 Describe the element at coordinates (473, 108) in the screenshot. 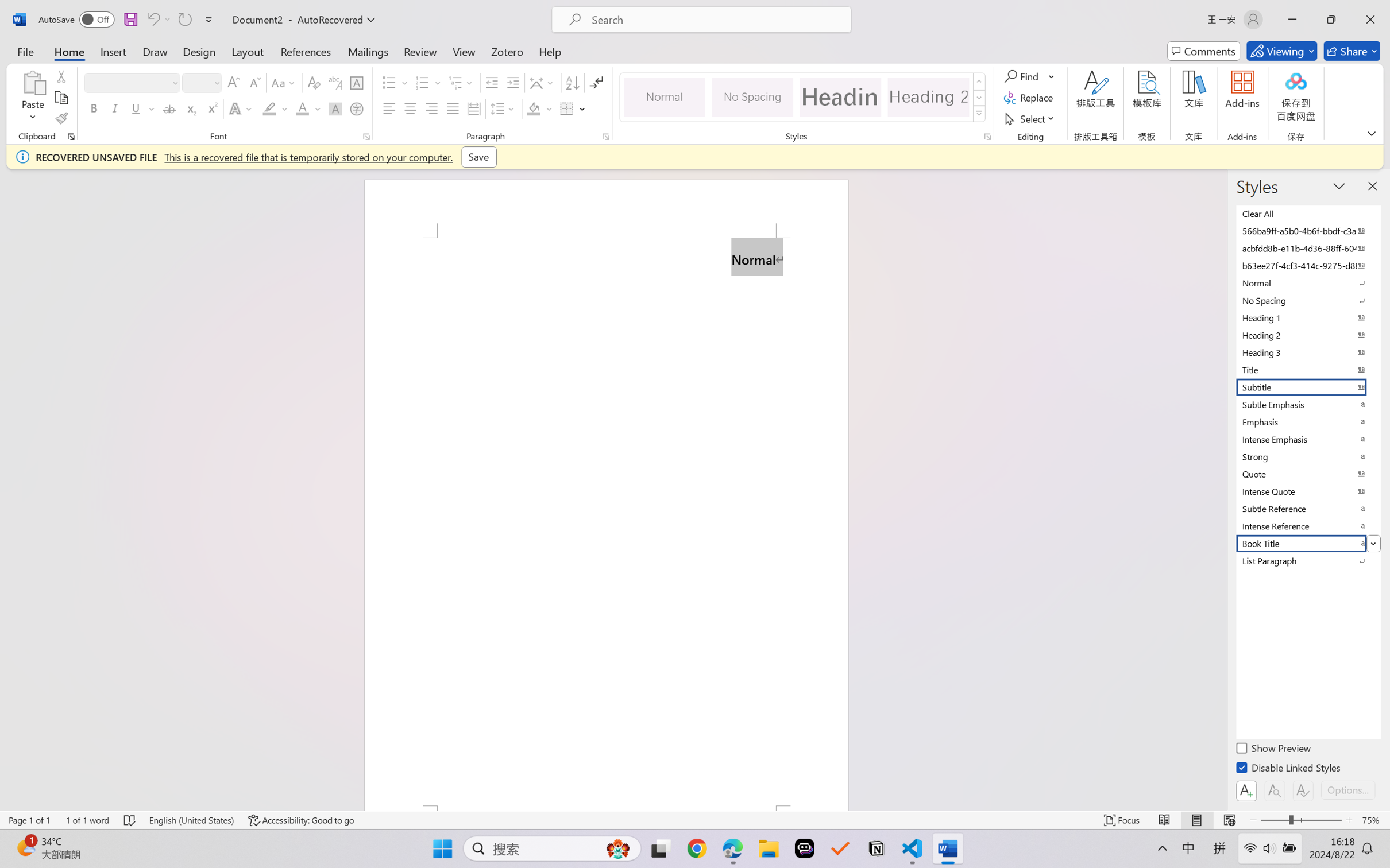

I see `'Distributed'` at that location.